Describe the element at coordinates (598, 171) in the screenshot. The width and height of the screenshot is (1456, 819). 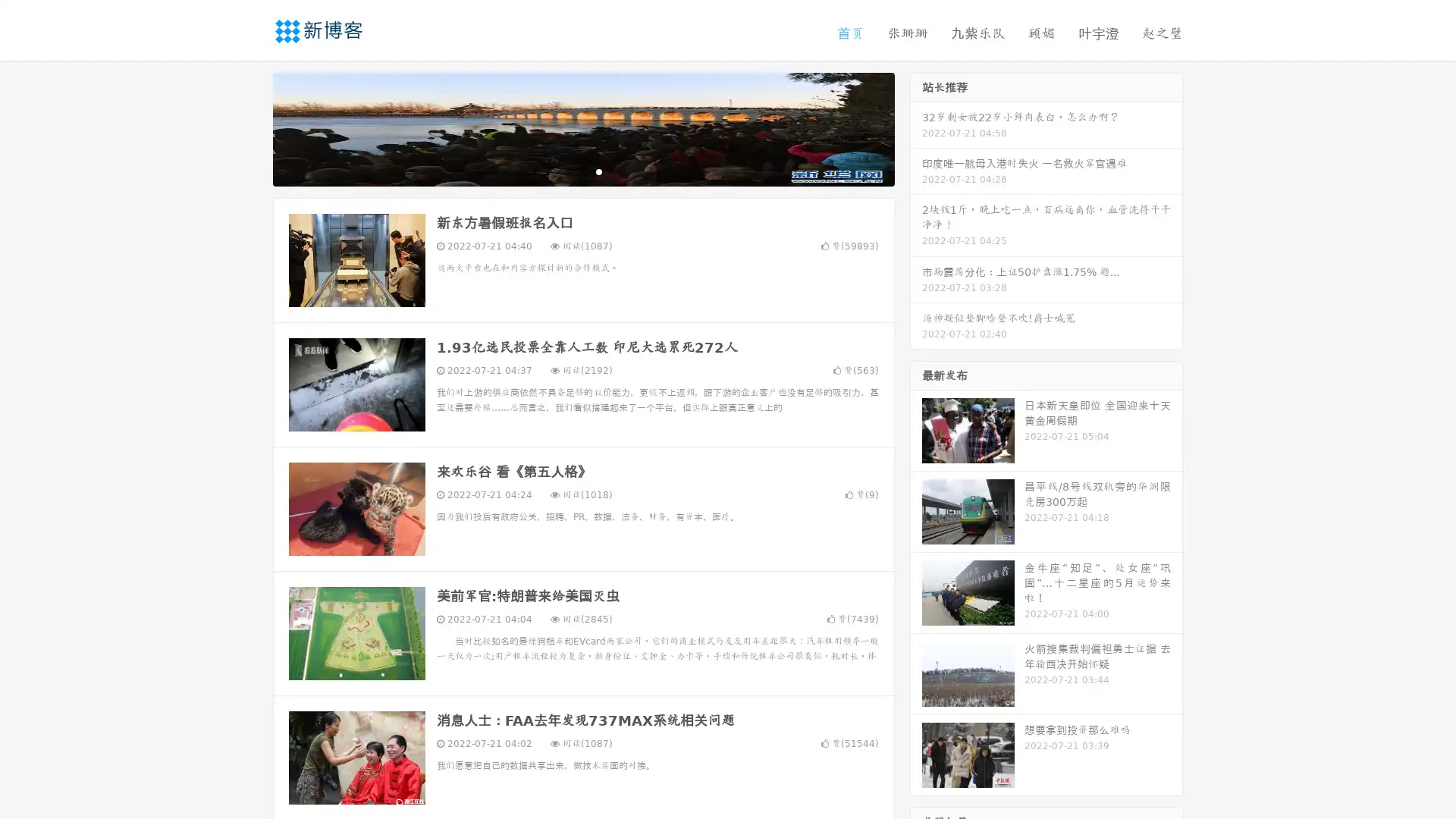
I see `Go to slide 3` at that location.